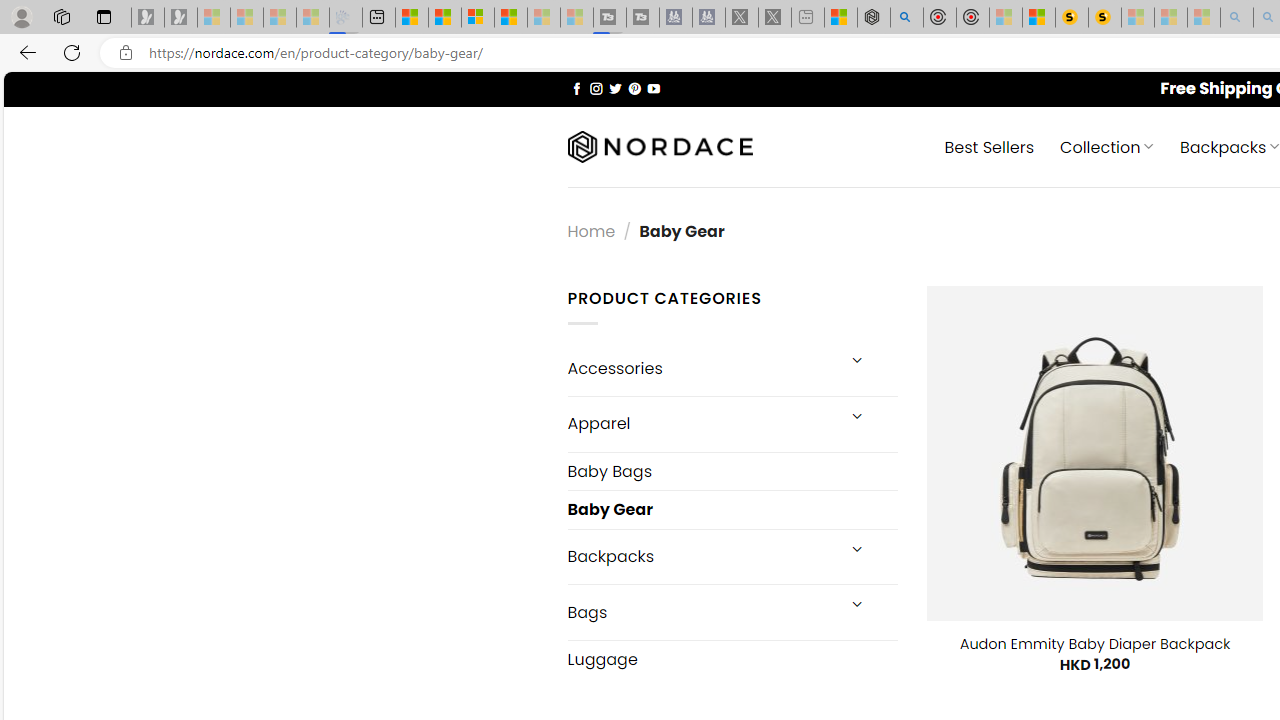  What do you see at coordinates (477, 17) in the screenshot?
I see `'Overview'` at bounding box center [477, 17].